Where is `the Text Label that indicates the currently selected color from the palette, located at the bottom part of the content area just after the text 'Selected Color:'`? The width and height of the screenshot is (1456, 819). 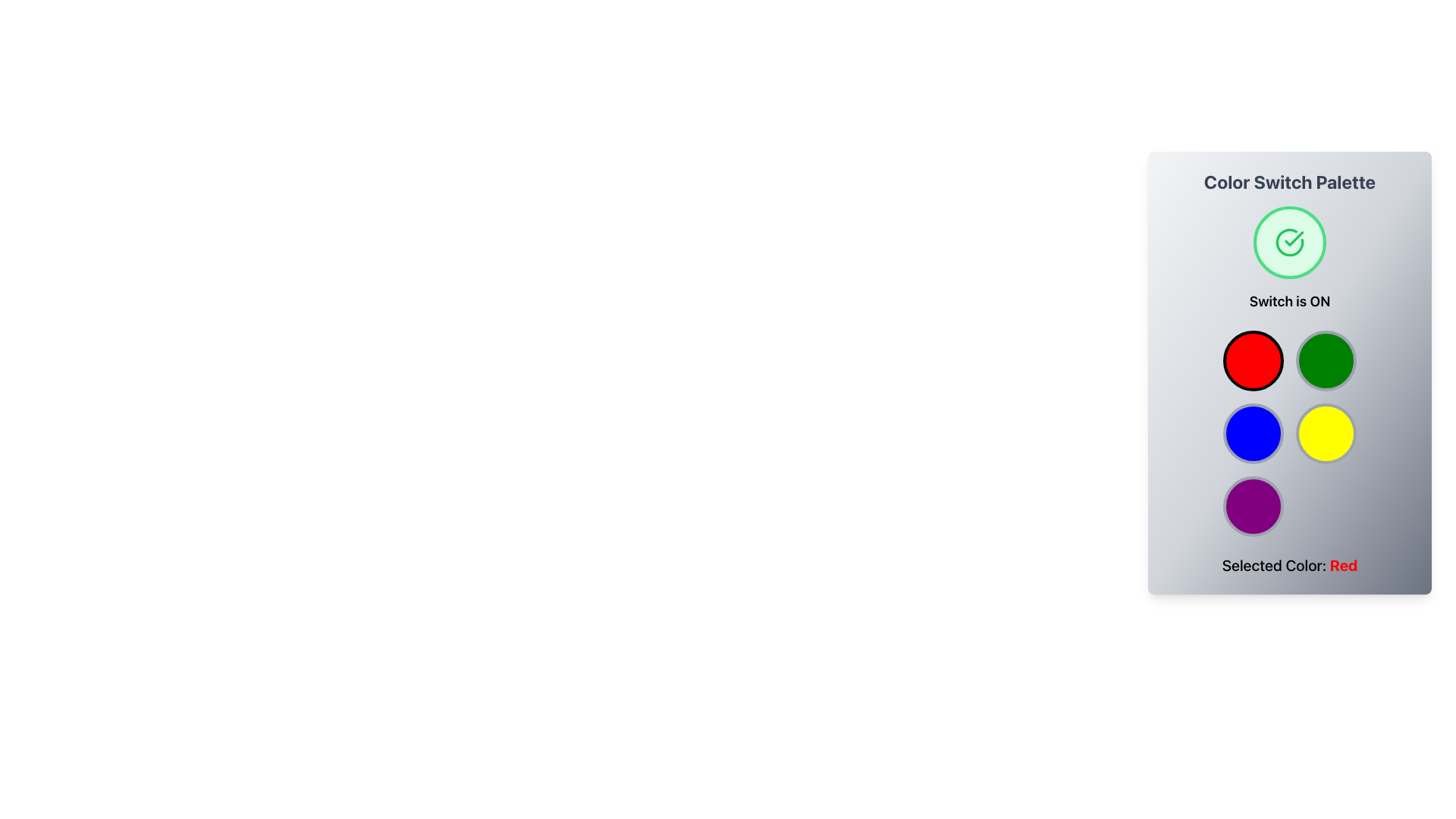
the Text Label that indicates the currently selected color from the palette, located at the bottom part of the content area just after the text 'Selected Color:' is located at coordinates (1344, 565).